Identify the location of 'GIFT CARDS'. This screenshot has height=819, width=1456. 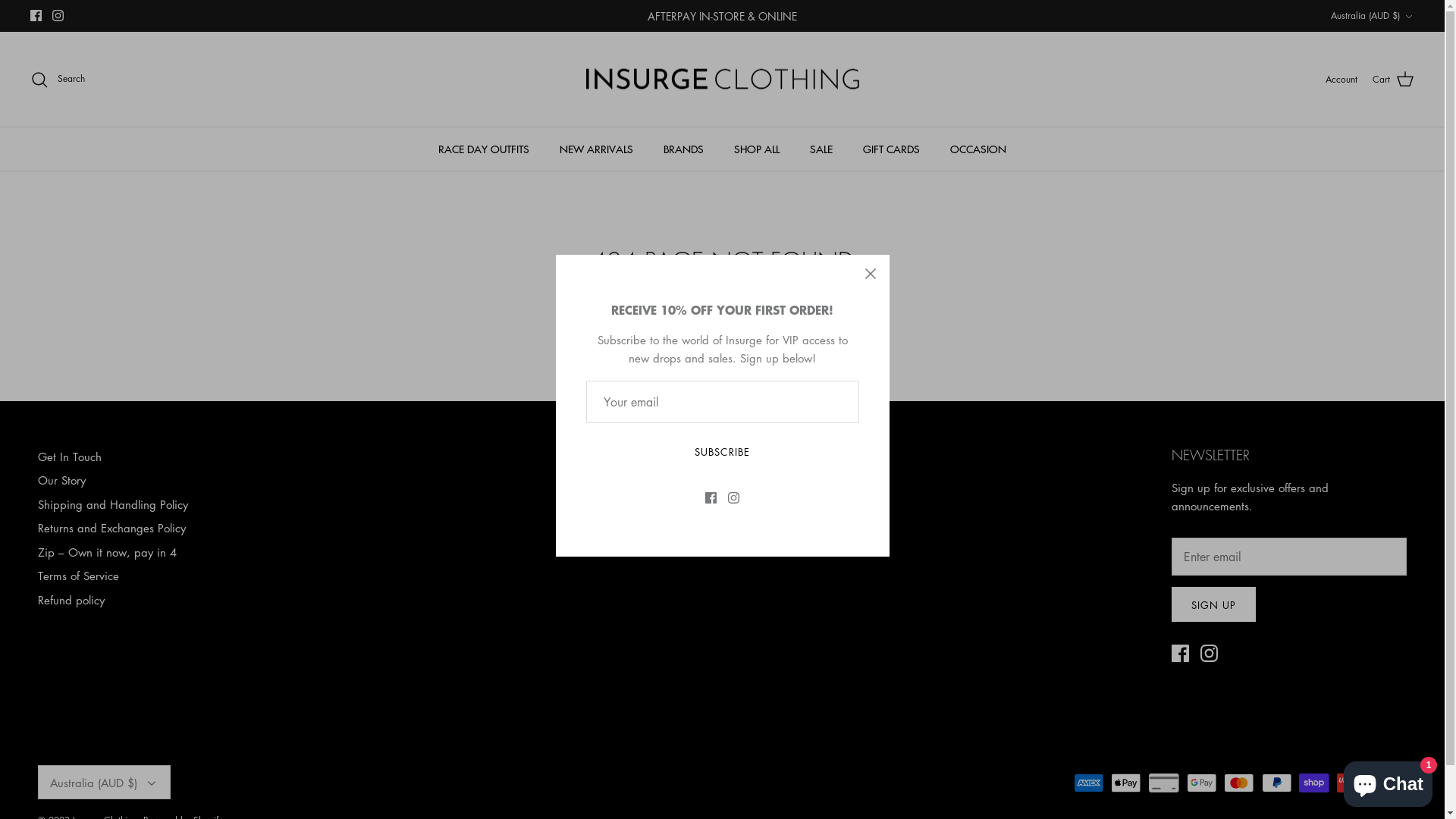
(848, 149).